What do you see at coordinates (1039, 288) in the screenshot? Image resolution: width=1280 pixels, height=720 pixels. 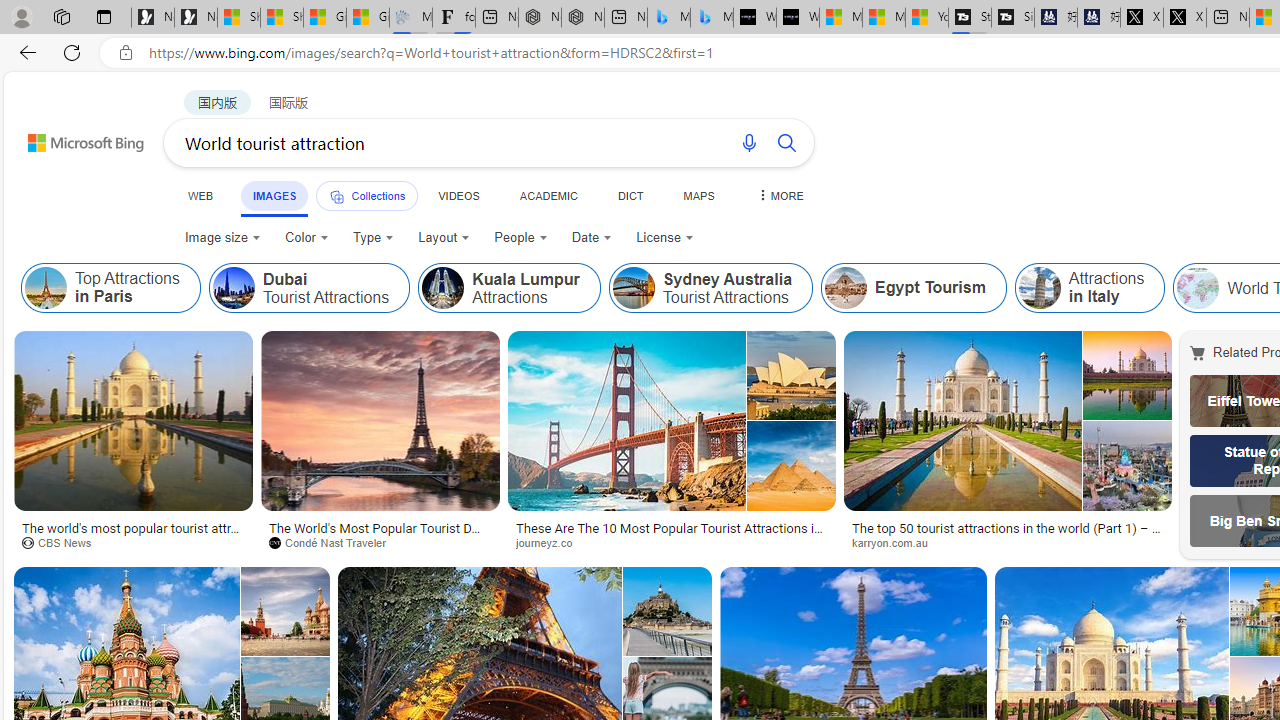 I see `'Attractions in Italy'` at bounding box center [1039, 288].